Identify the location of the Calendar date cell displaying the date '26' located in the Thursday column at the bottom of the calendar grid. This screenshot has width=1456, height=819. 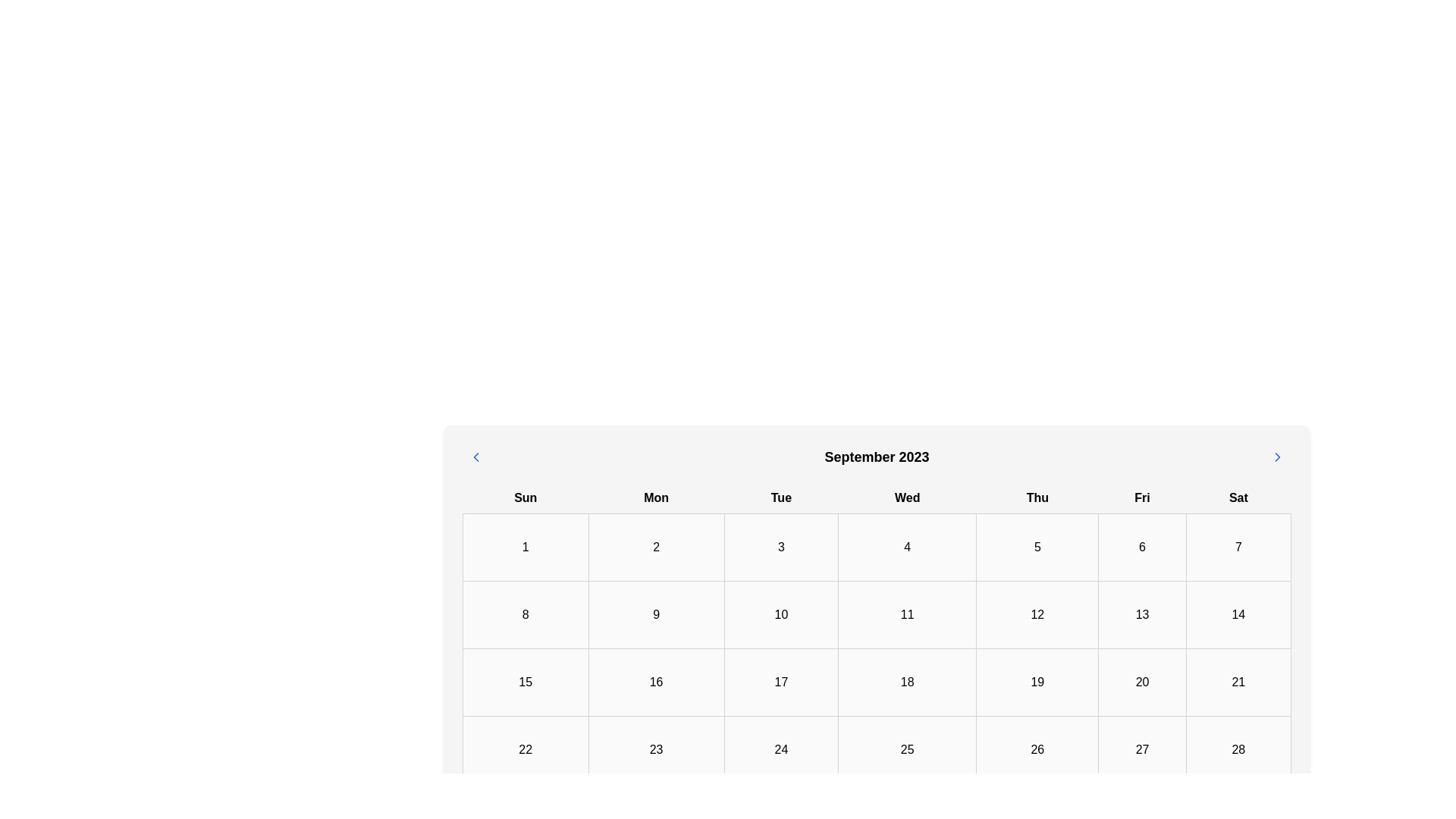
(1037, 748).